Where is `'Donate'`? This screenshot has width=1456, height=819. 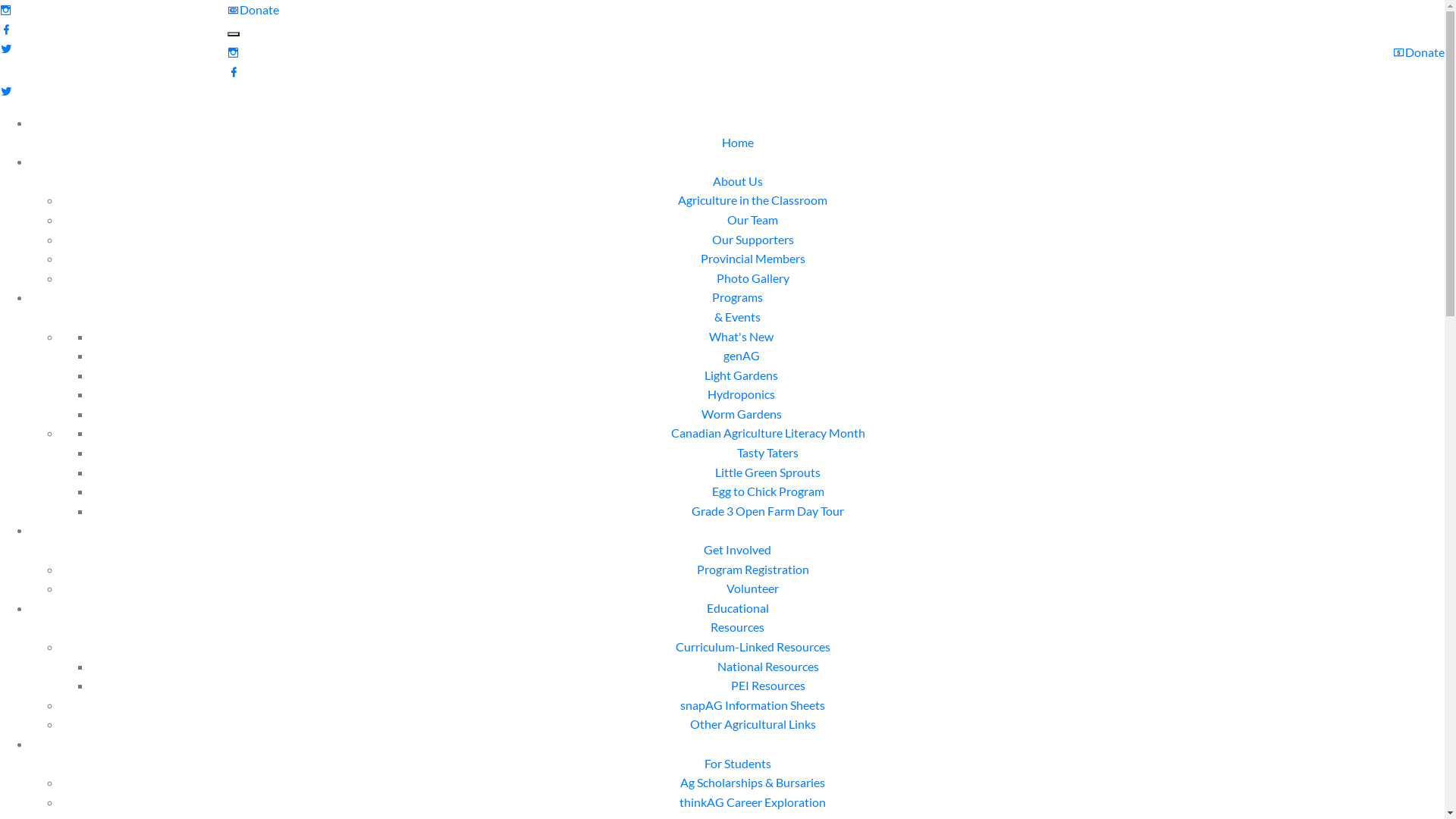
'Donate' is located at coordinates (1393, 52).